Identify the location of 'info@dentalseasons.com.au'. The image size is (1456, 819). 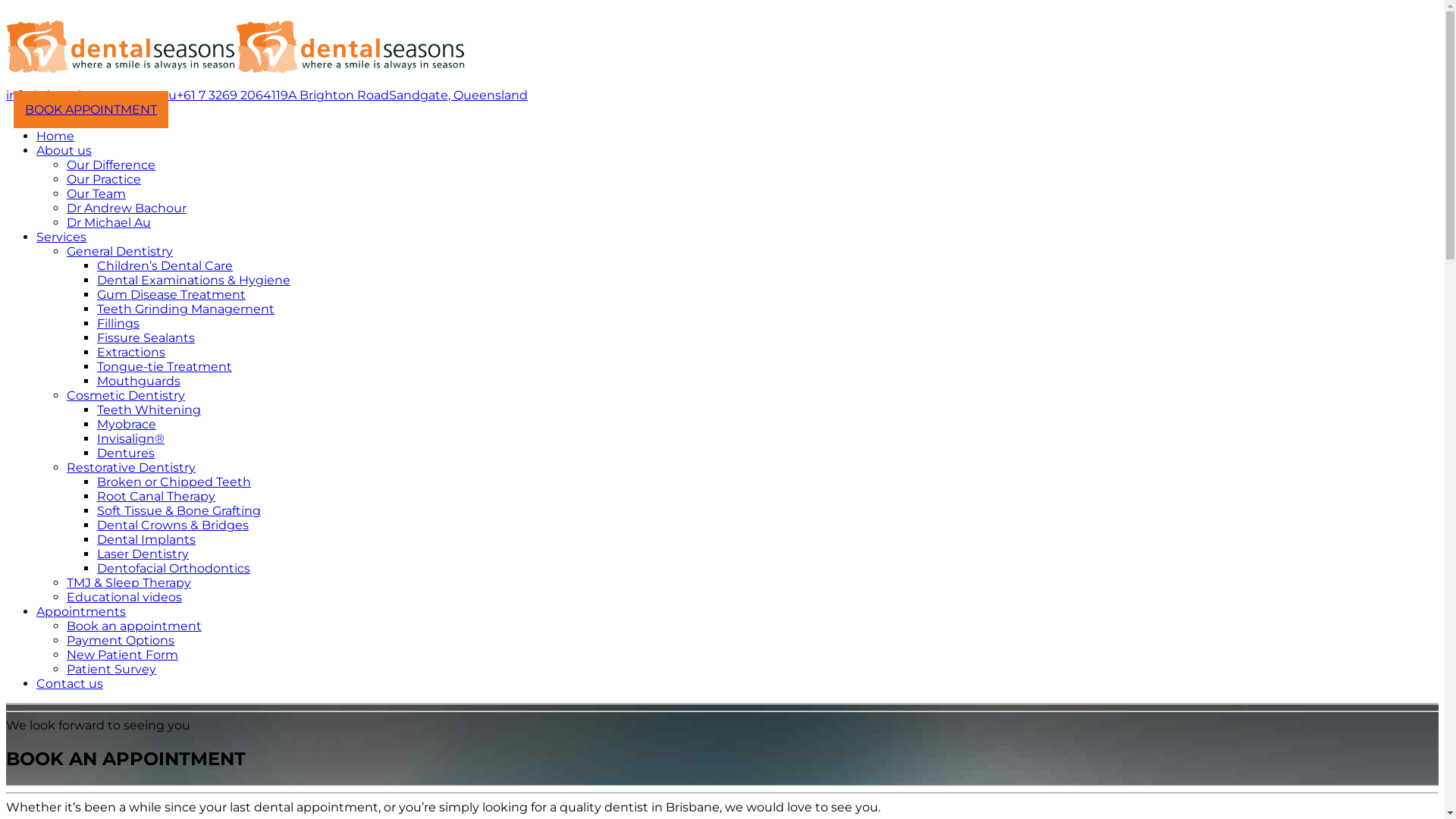
(90, 95).